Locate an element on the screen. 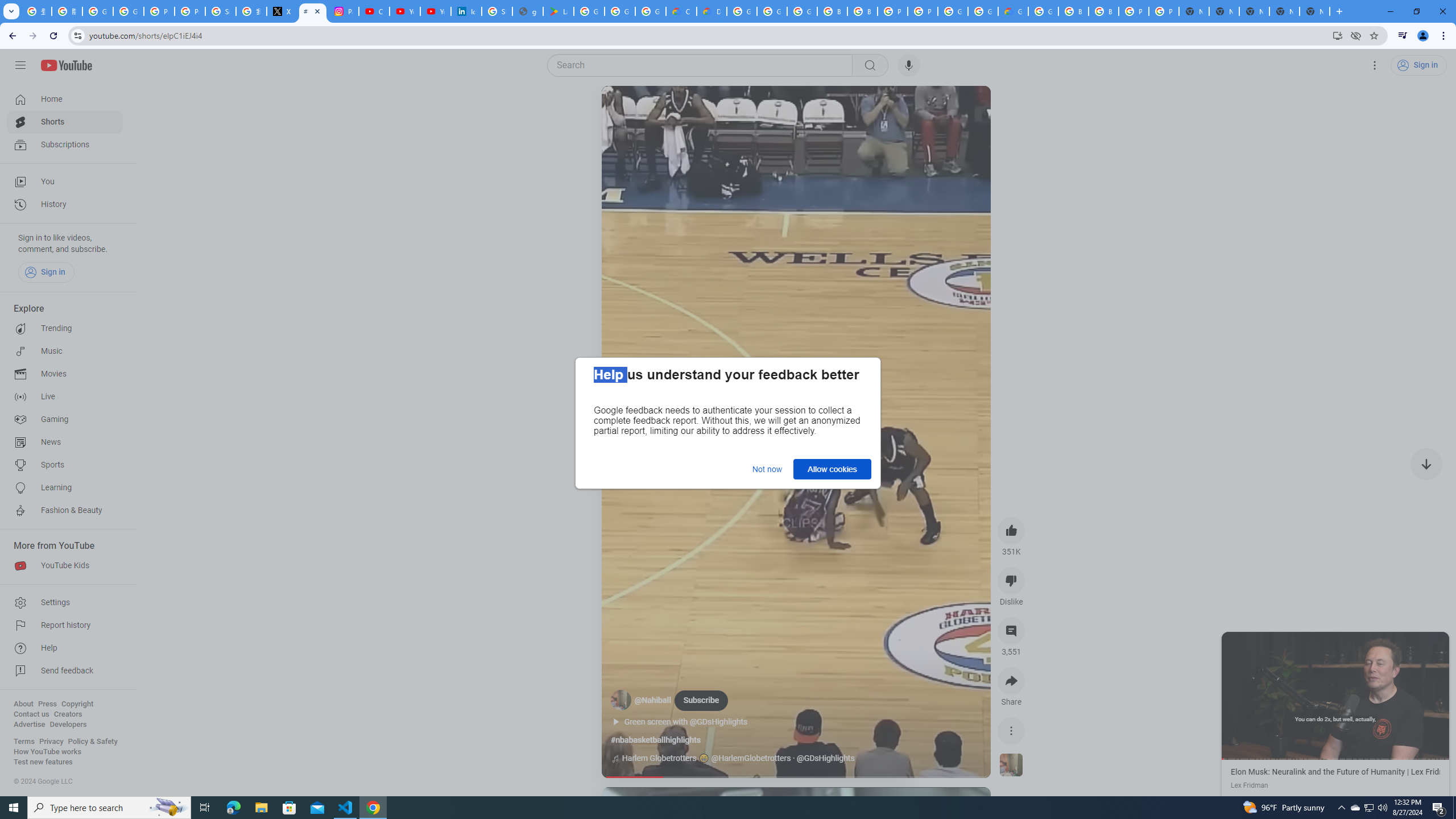 This screenshot has width=1456, height=819. 'X' is located at coordinates (282, 11).